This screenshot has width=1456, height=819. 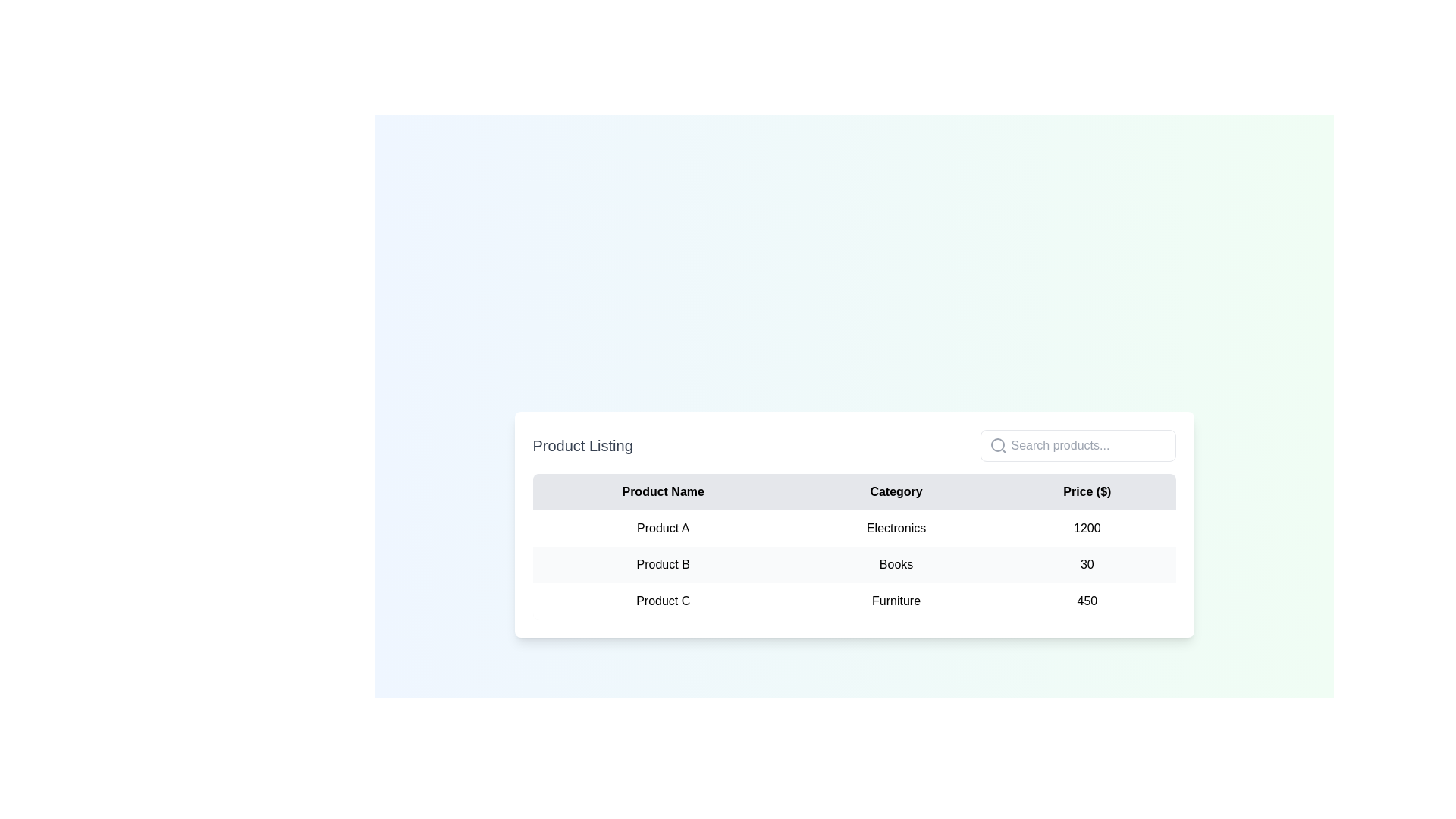 What do you see at coordinates (896, 528) in the screenshot?
I see `the text label in the middle column of the table, located in the second row under the 'Category' header` at bounding box center [896, 528].